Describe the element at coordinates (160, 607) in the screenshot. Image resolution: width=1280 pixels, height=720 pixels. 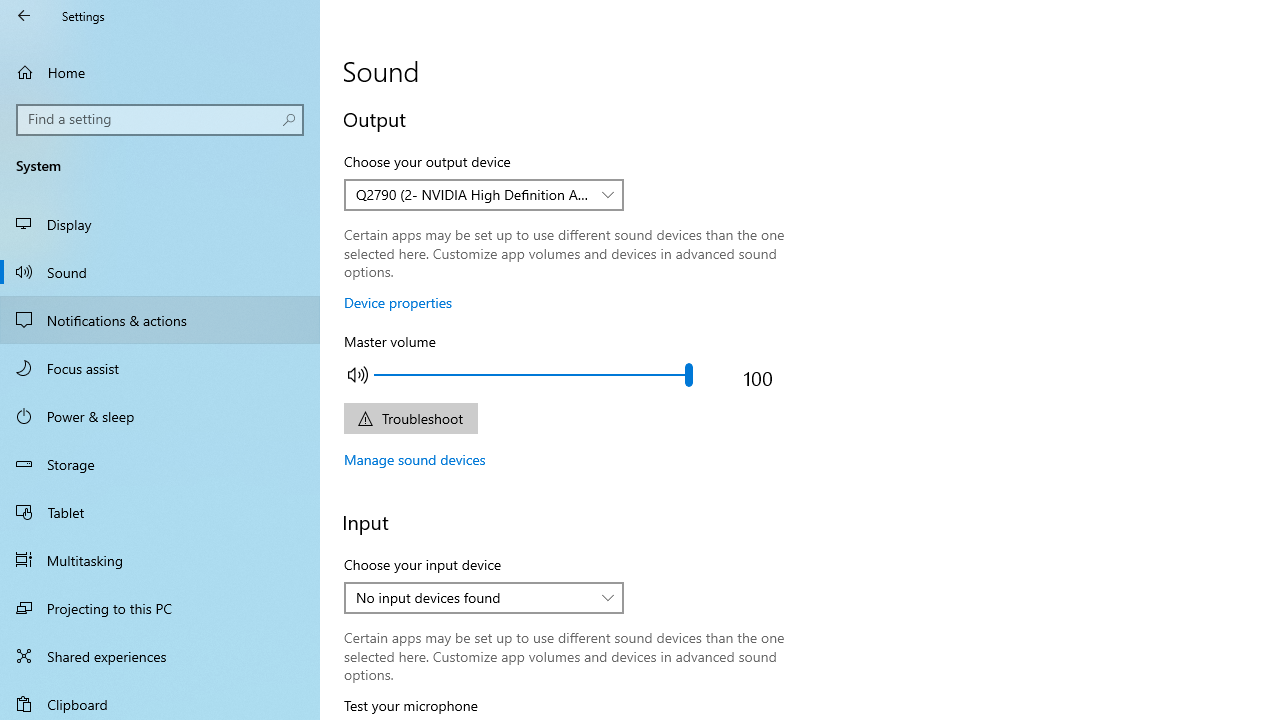
I see `'Projecting to this PC'` at that location.